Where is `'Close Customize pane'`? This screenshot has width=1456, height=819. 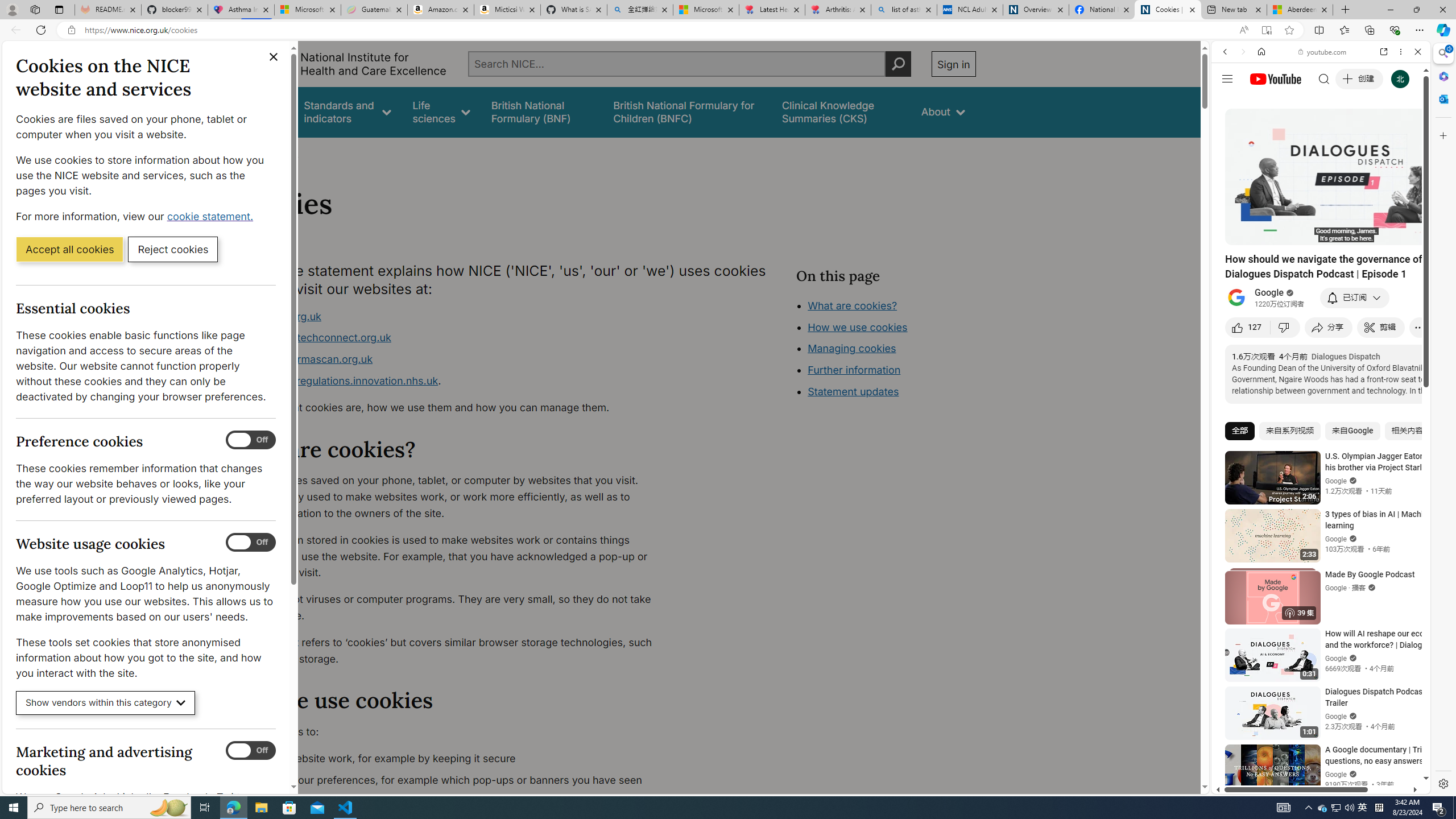 'Close Customize pane' is located at coordinates (1442, 135).